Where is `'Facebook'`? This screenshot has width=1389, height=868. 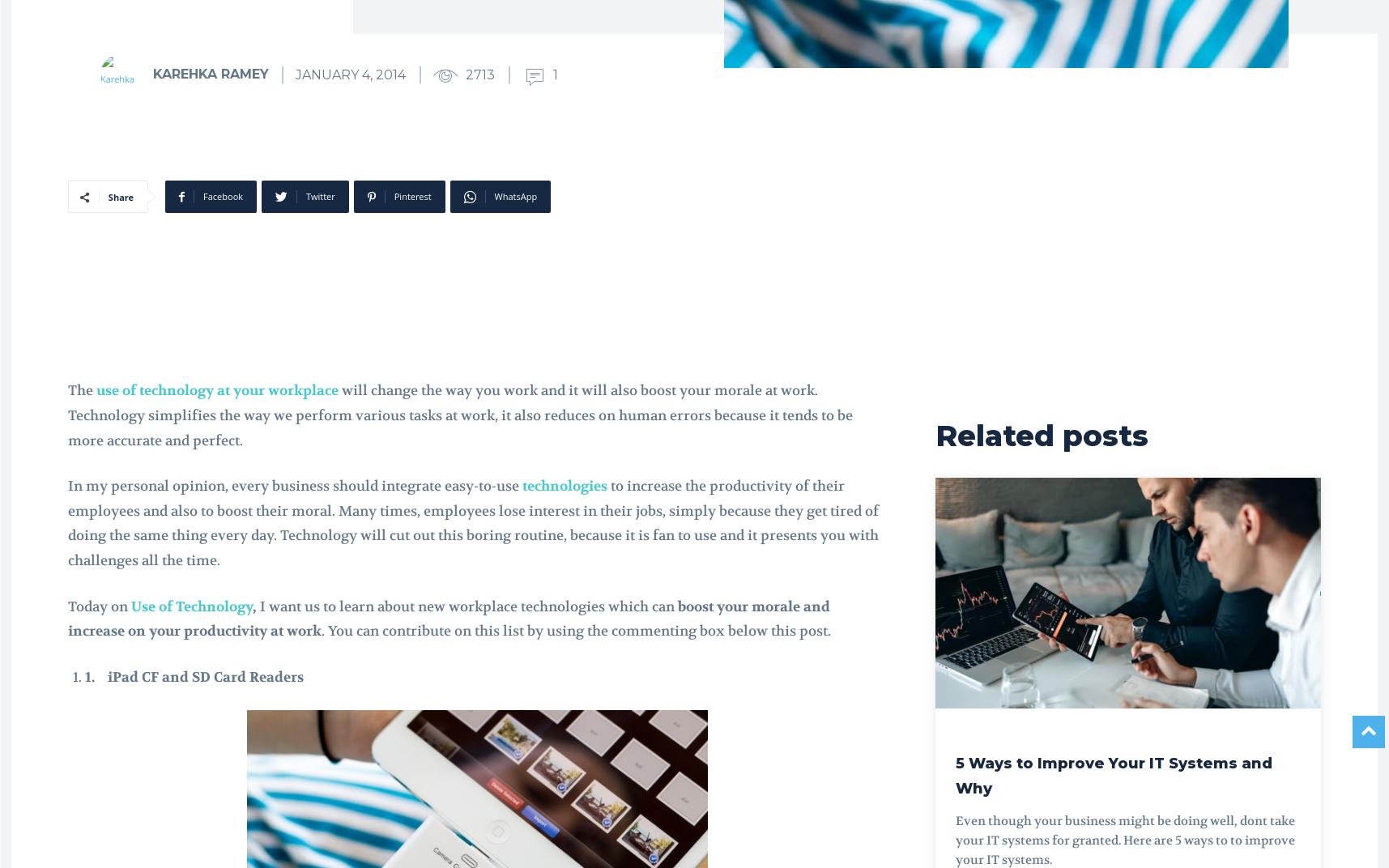
'Facebook' is located at coordinates (222, 196).